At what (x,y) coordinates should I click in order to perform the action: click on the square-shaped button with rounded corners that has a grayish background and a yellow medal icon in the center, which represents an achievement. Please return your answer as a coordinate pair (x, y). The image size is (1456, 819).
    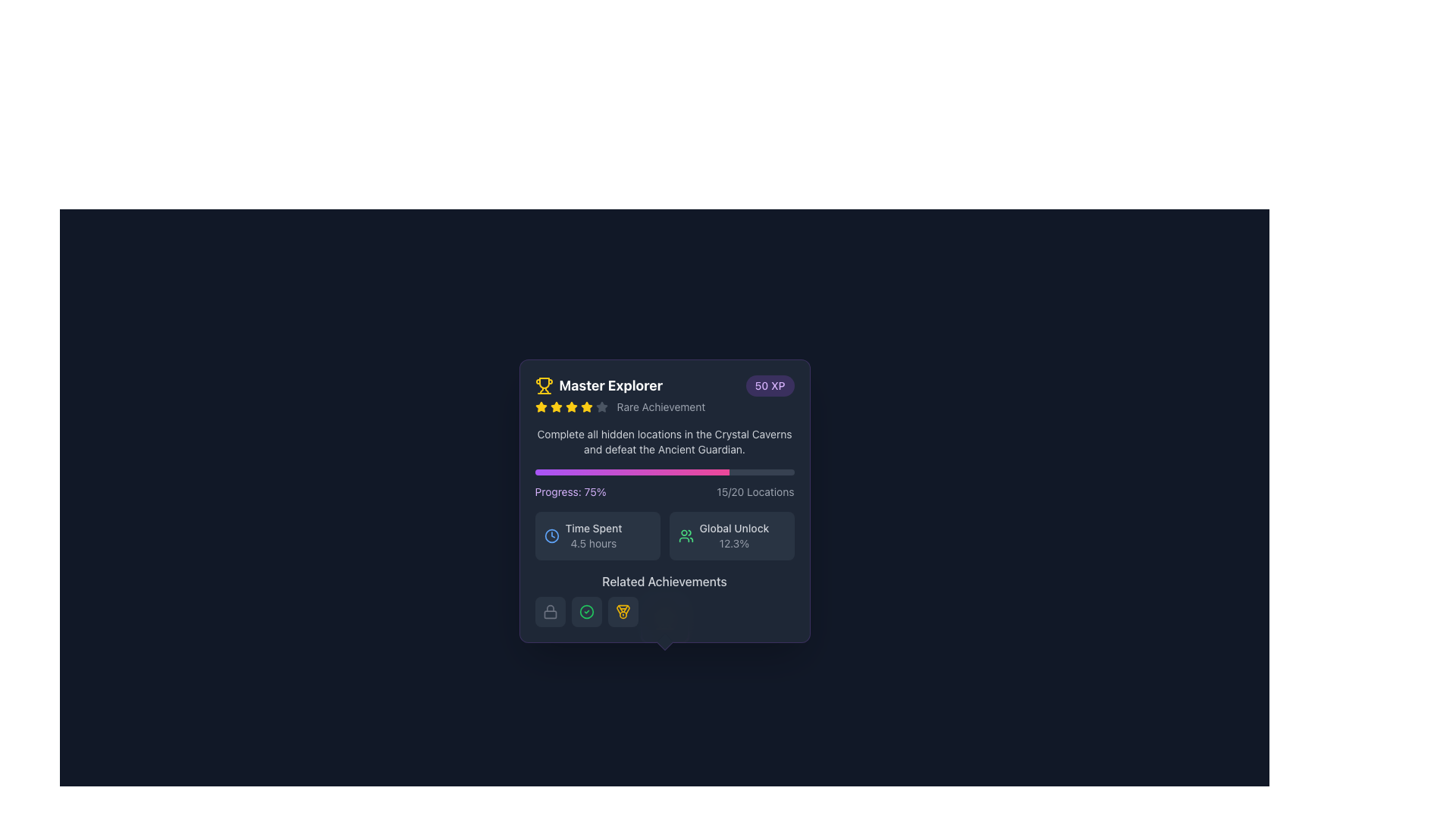
    Looking at the image, I should click on (623, 610).